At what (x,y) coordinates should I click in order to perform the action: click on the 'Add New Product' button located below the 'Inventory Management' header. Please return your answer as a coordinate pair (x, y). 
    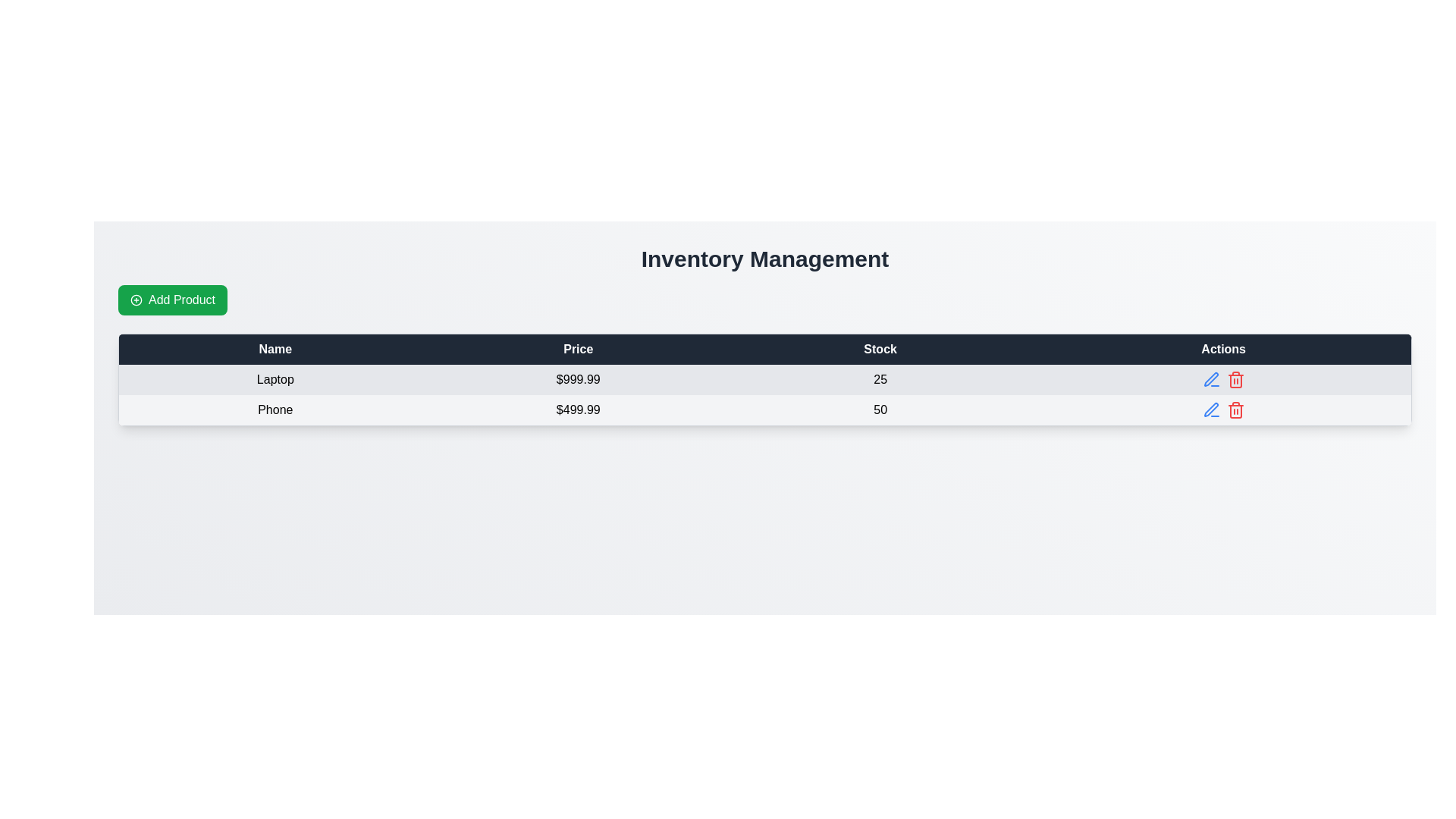
    Looking at the image, I should click on (173, 300).